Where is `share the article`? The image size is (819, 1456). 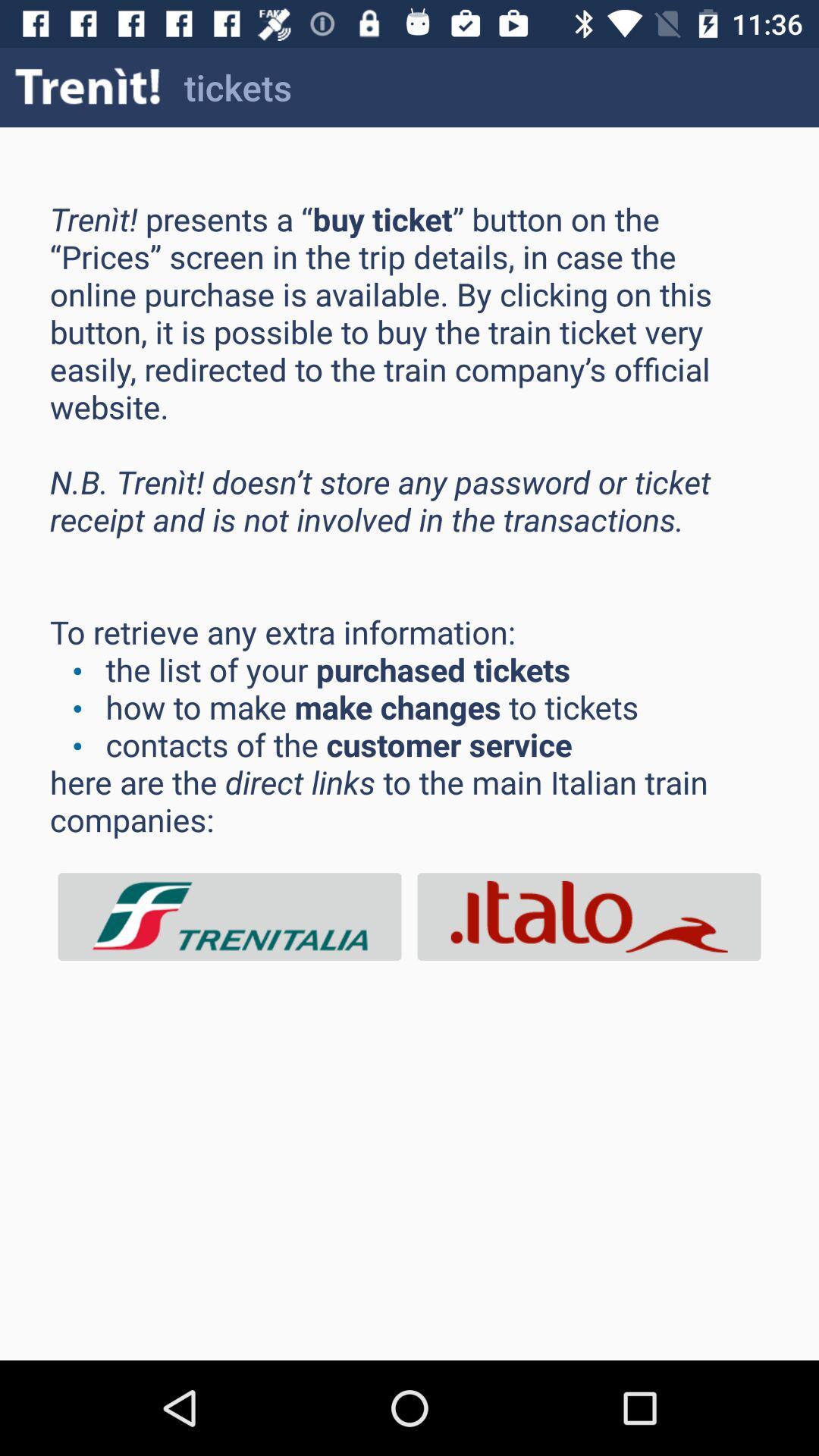 share the article is located at coordinates (588, 916).